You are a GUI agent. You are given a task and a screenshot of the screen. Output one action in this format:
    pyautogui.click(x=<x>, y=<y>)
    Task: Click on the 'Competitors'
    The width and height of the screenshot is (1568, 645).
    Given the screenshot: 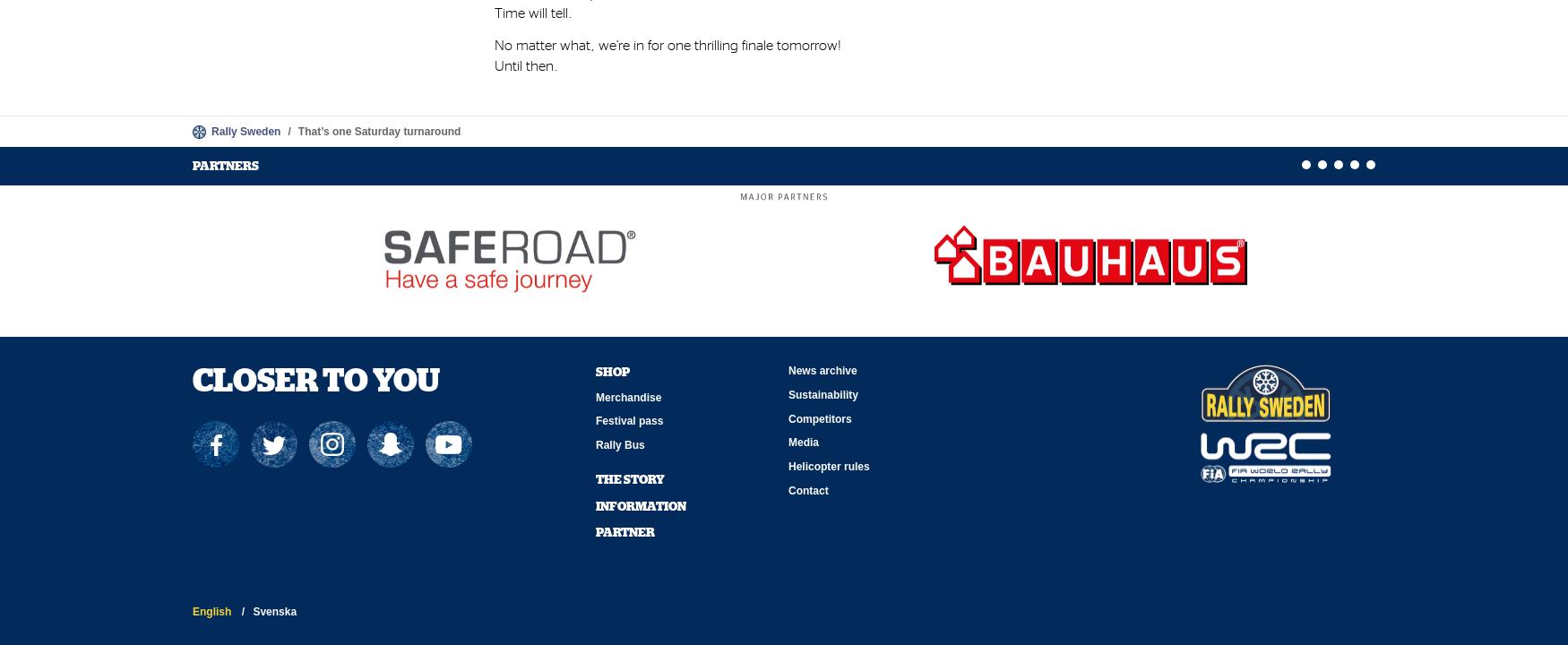 What is the action you would take?
    pyautogui.click(x=819, y=417)
    